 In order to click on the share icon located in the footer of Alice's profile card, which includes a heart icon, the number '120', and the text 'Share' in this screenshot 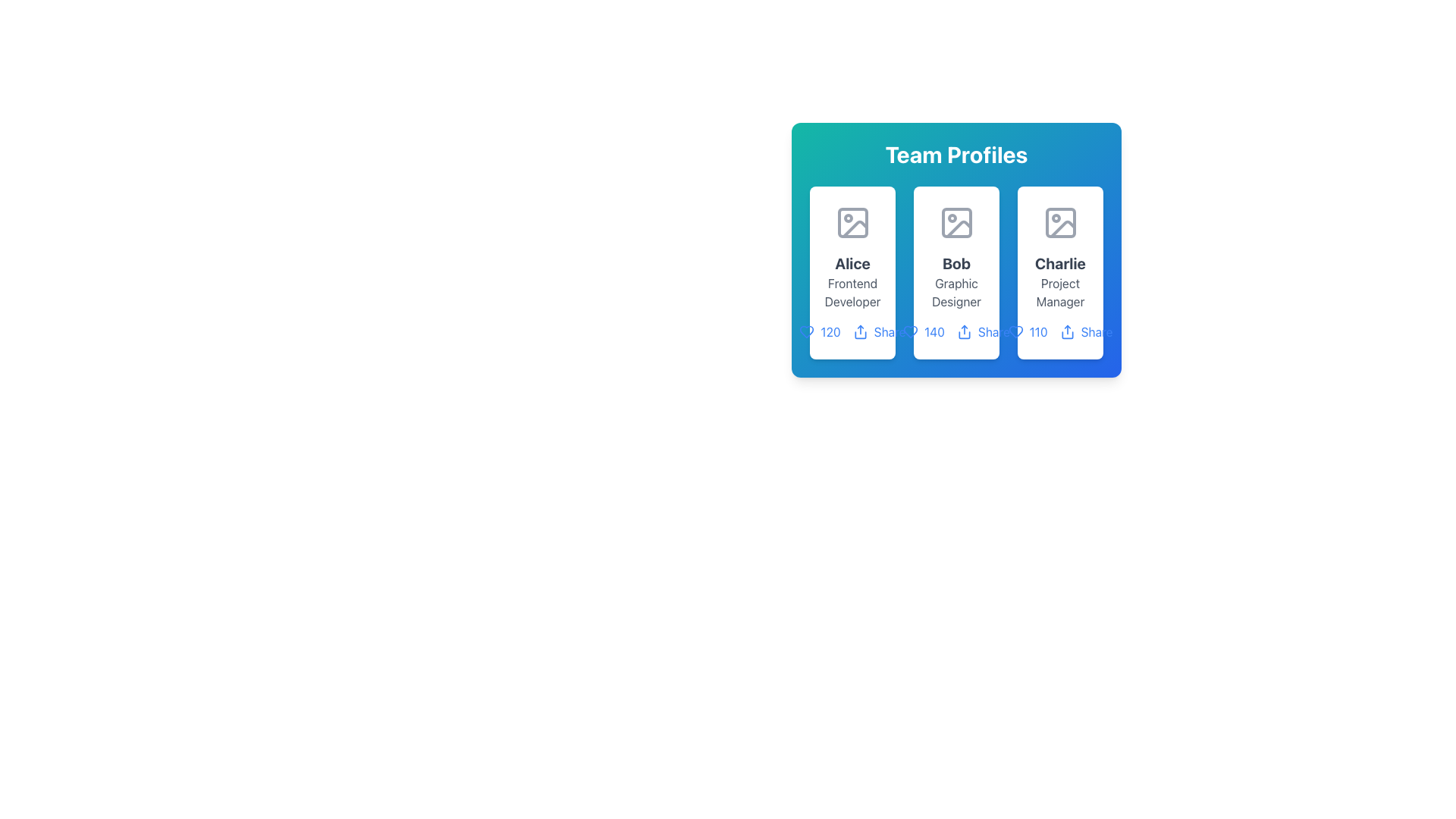, I will do `click(852, 331)`.